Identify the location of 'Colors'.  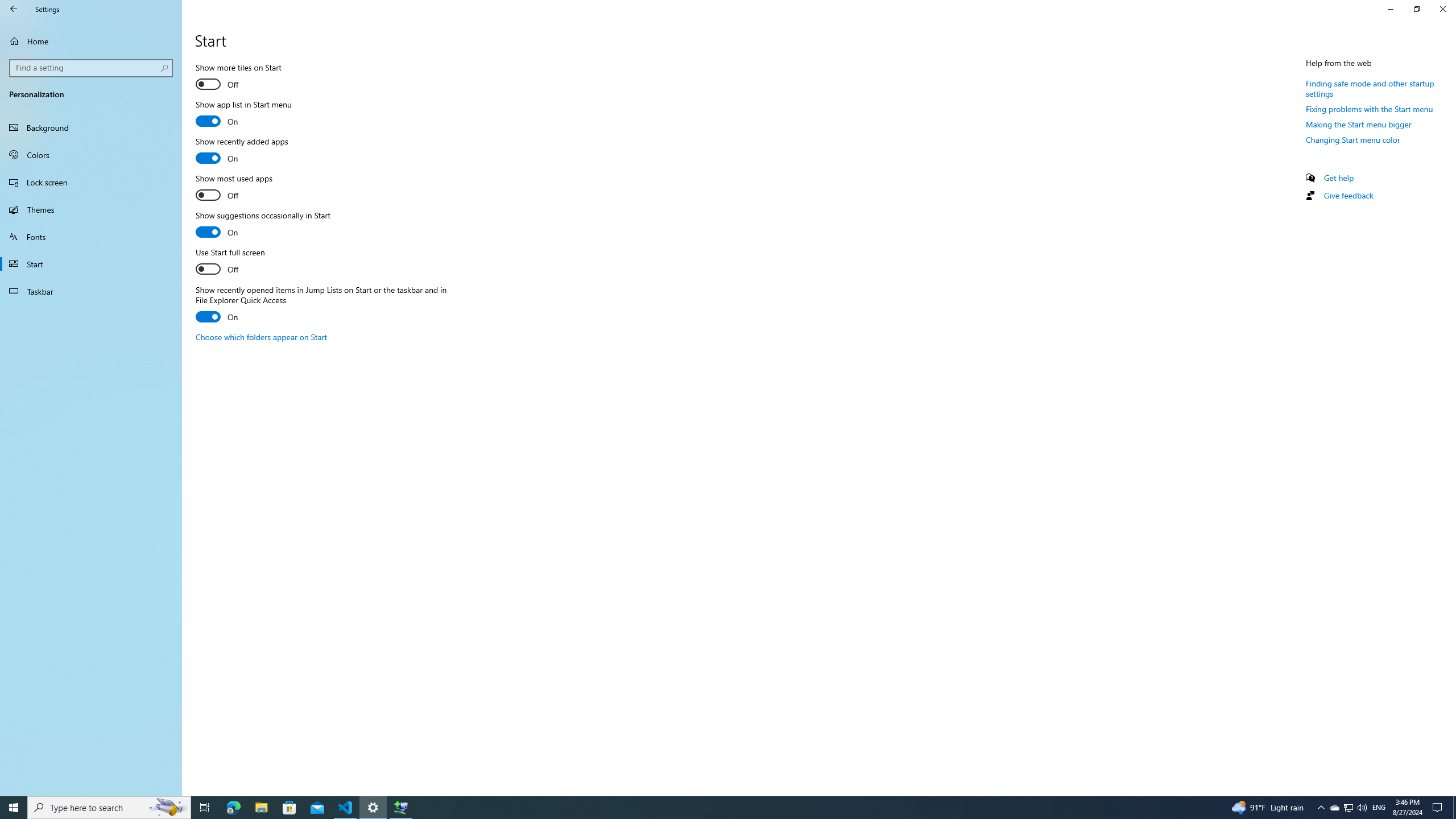
(90, 154).